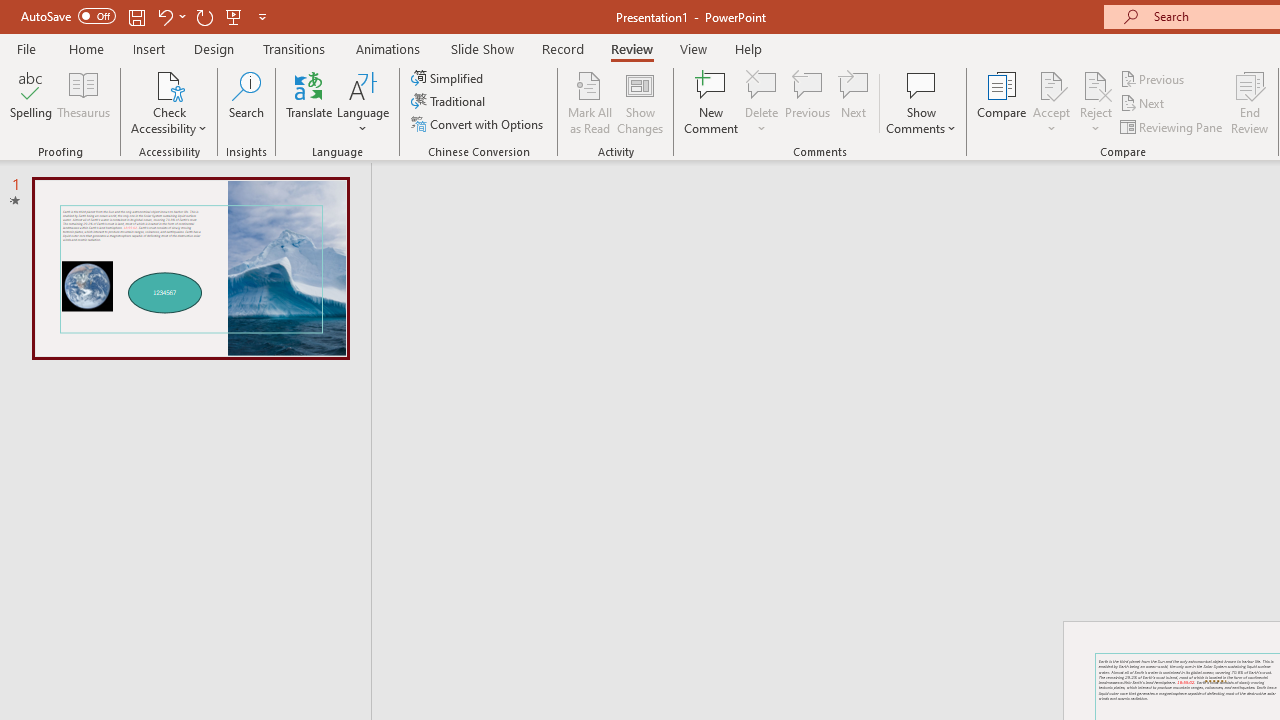 Image resolution: width=1280 pixels, height=720 pixels. What do you see at coordinates (85, 48) in the screenshot?
I see `'Home'` at bounding box center [85, 48].